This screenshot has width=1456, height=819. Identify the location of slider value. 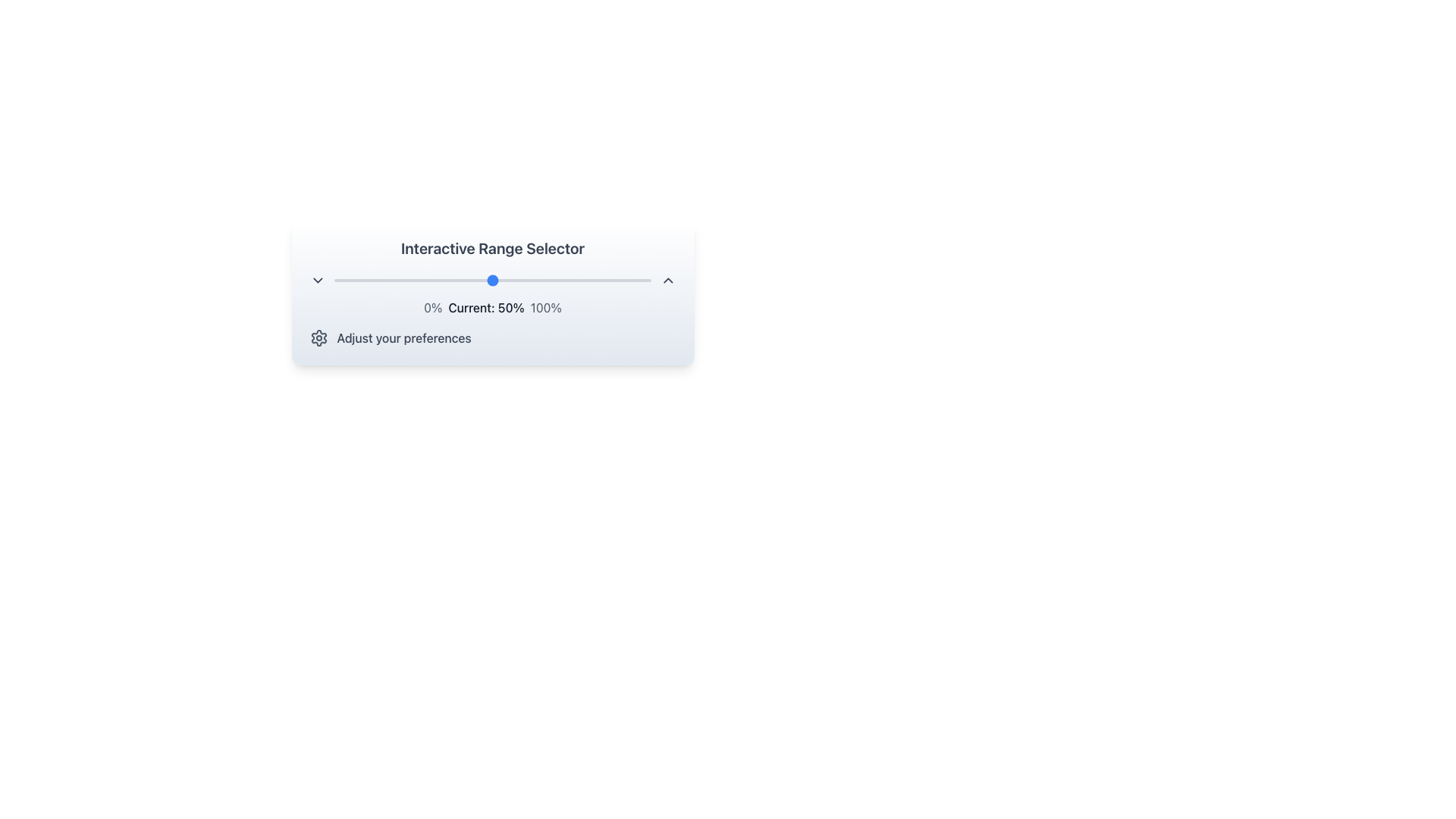
(552, 281).